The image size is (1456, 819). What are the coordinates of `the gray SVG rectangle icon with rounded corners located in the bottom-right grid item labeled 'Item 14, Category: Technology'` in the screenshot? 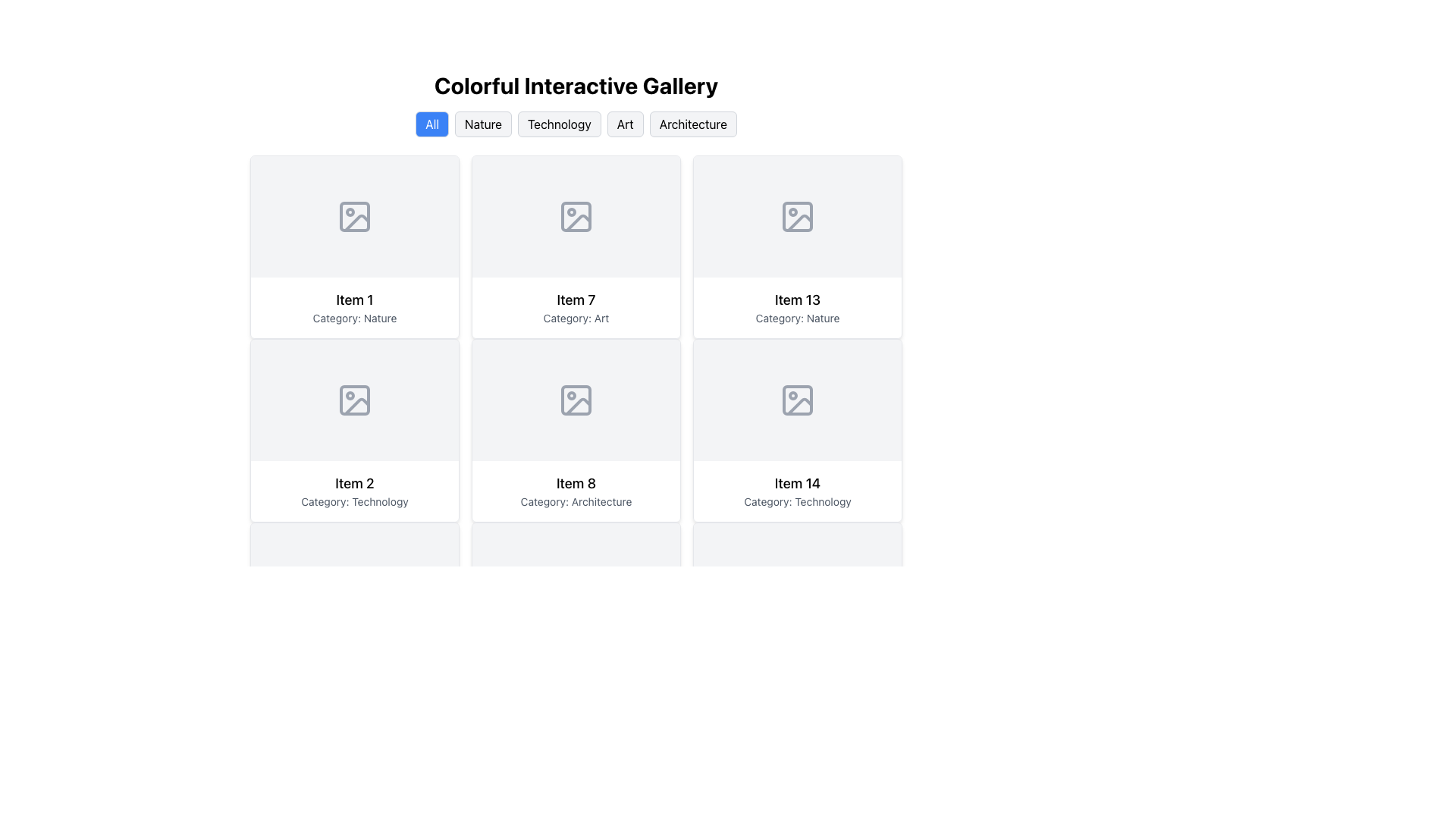 It's located at (796, 400).